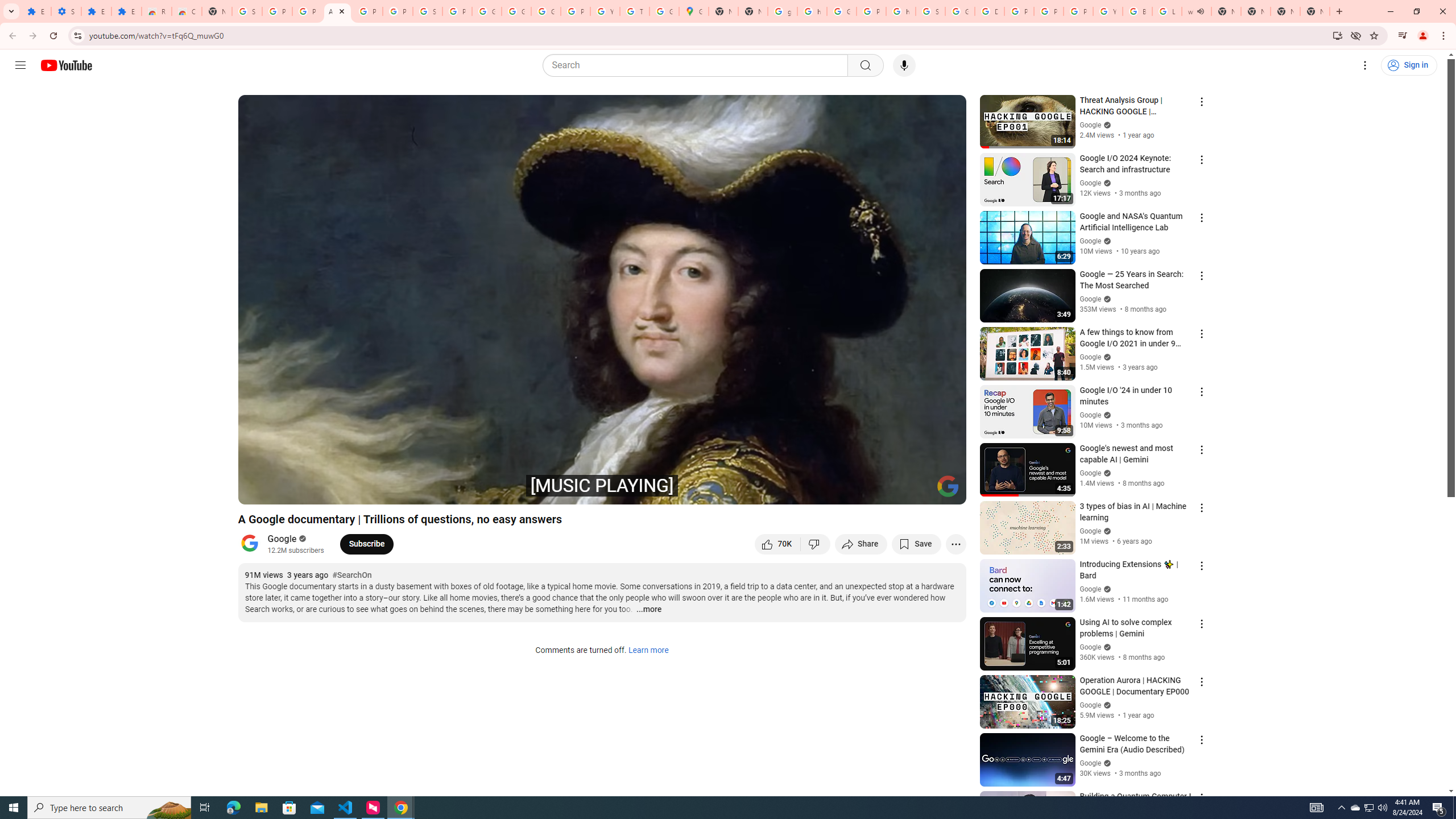  What do you see at coordinates (257, 490) in the screenshot?
I see `'Pause (k)'` at bounding box center [257, 490].